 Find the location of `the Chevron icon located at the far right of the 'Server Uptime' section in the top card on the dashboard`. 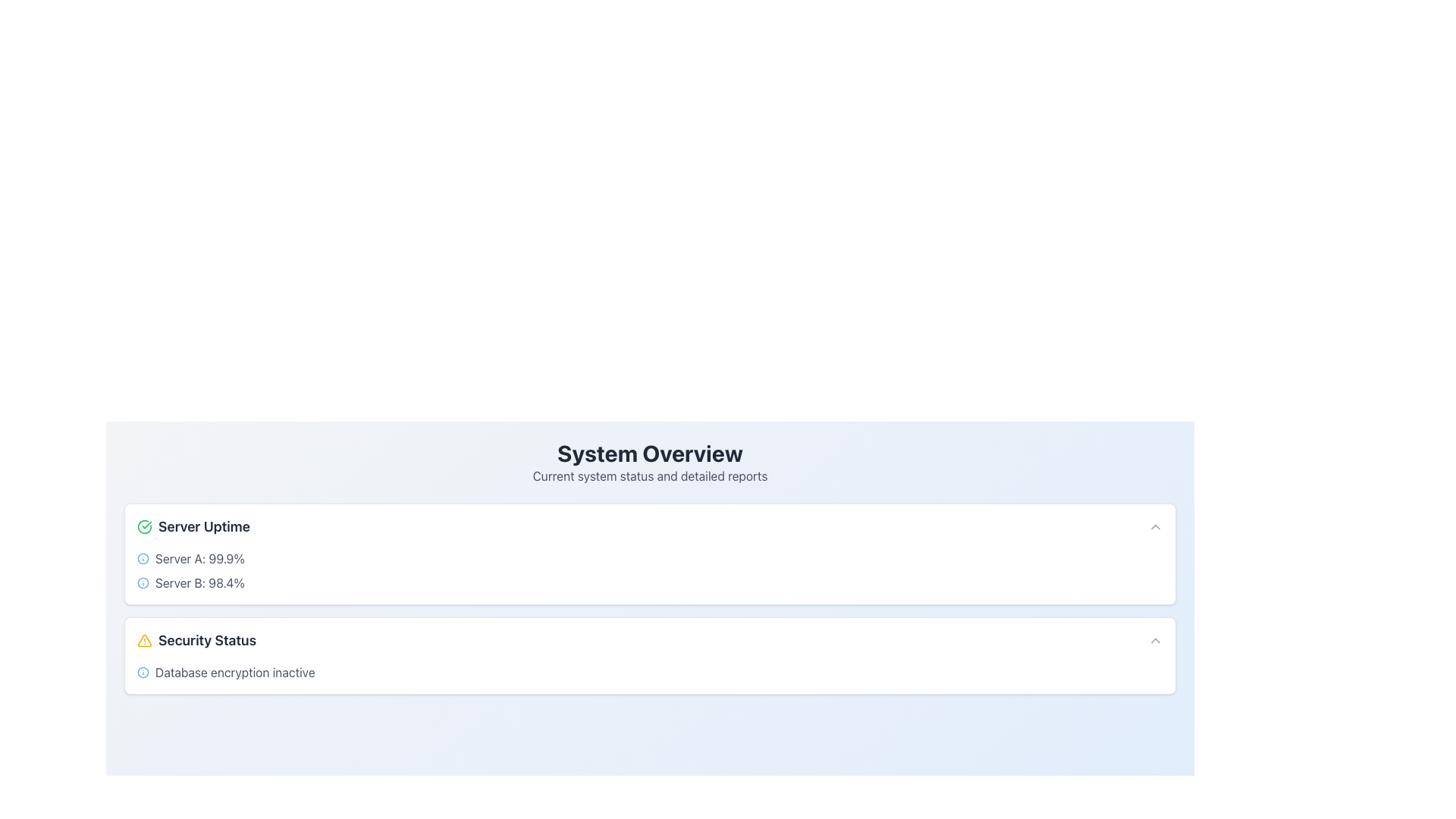

the Chevron icon located at the far right of the 'Server Uptime' section in the top card on the dashboard is located at coordinates (1154, 526).